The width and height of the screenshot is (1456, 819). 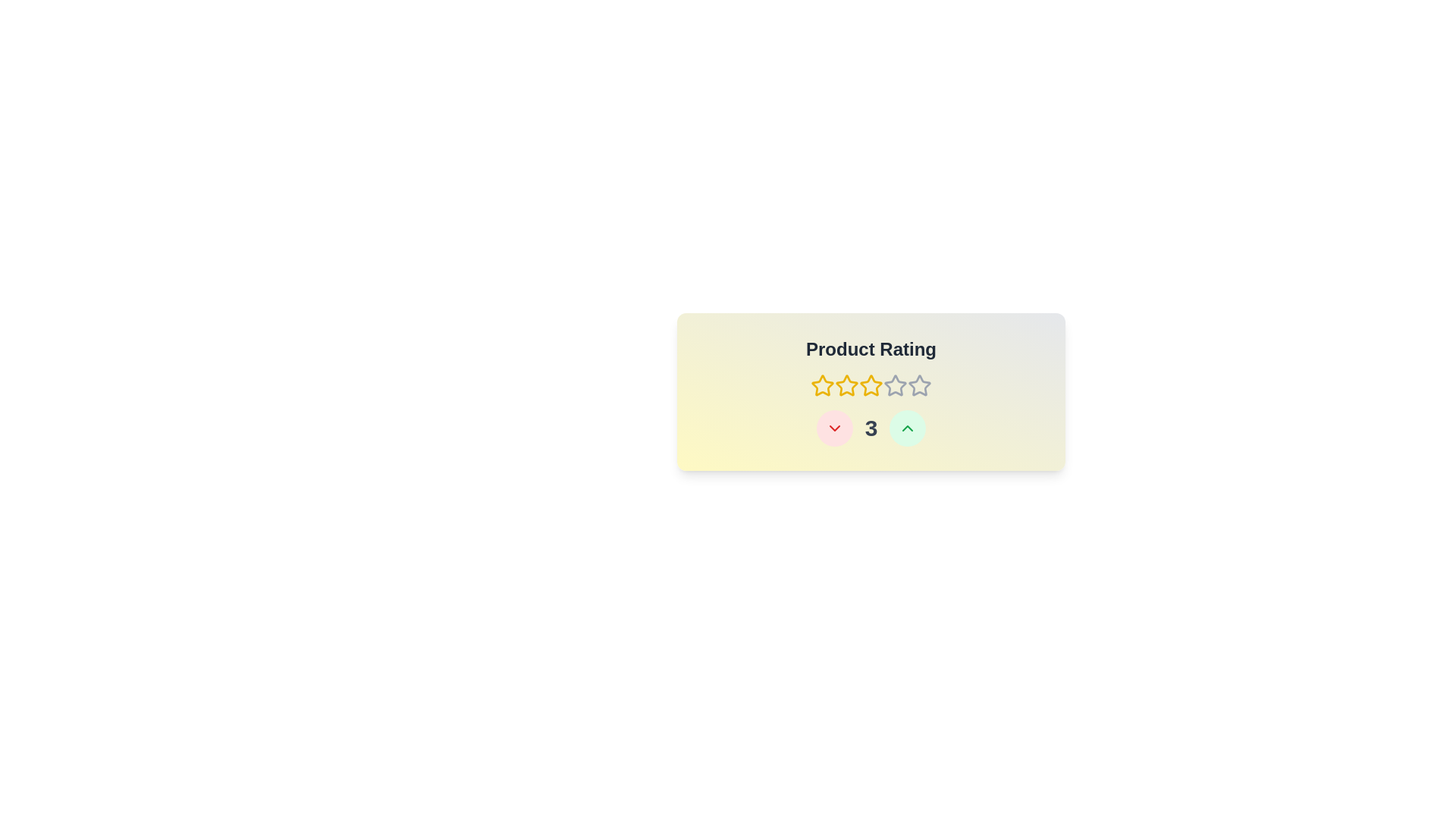 I want to click on the small upward-pointing green chevron icon button, which is part of the rating interface panel located to the right of the number '3', so click(x=908, y=428).